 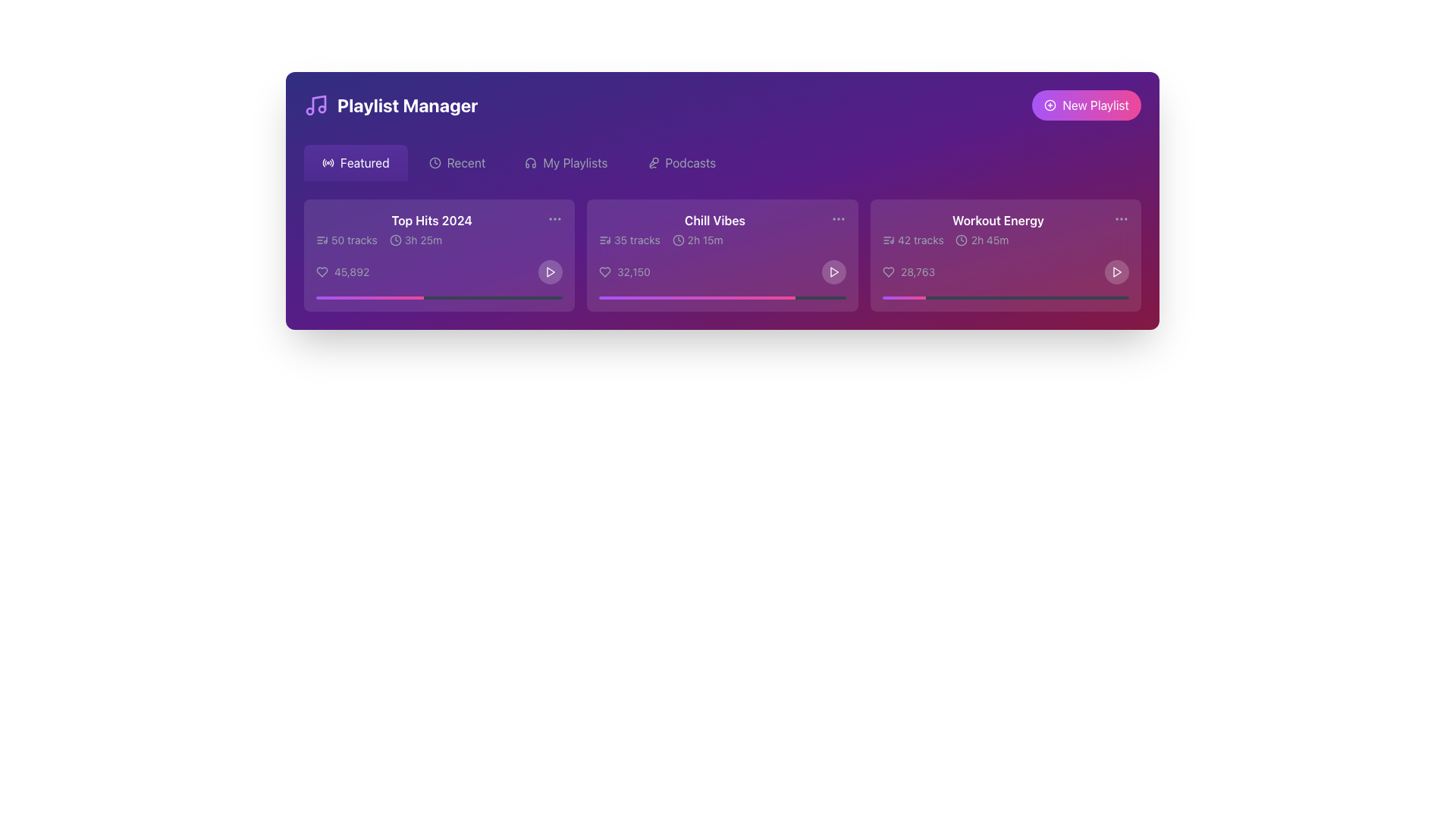 I want to click on the icon representing audio playlists, which is positioned to the left of the text label 'My Playlists', so click(x=531, y=163).